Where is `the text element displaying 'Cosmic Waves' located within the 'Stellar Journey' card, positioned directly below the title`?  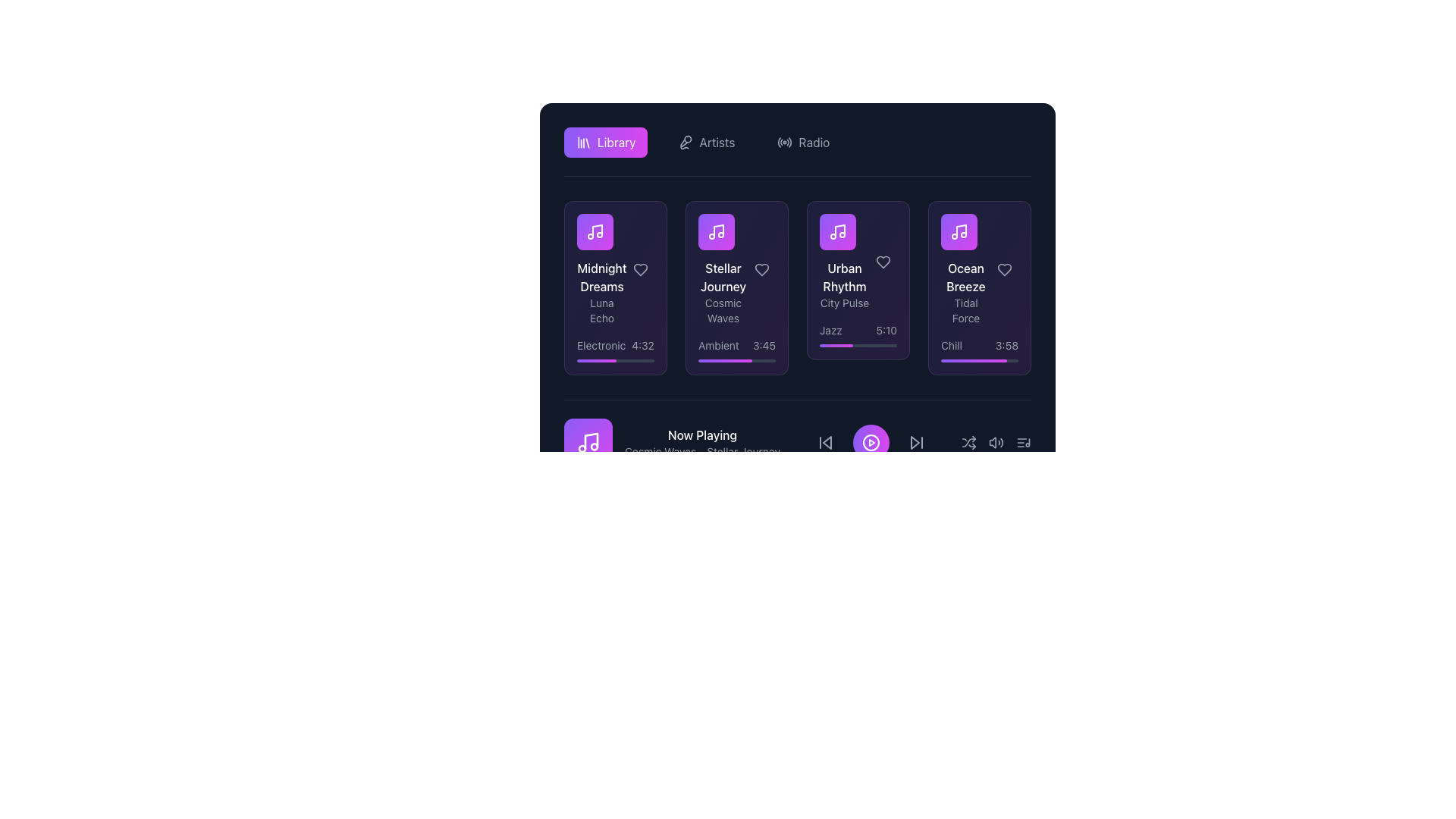
the text element displaying 'Cosmic Waves' located within the 'Stellar Journey' card, positioned directly below the title is located at coordinates (723, 309).